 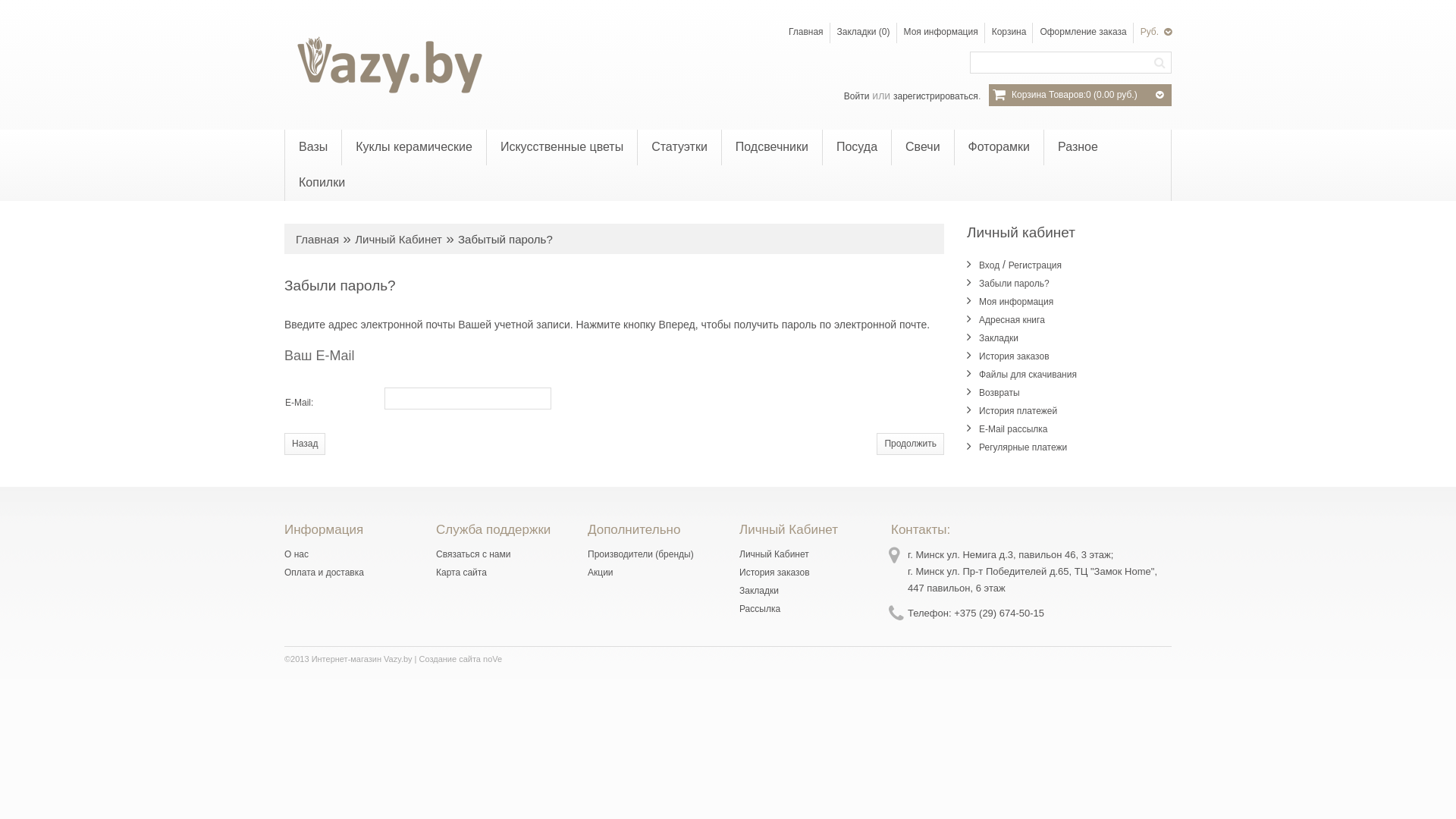 What do you see at coordinates (386, 64) in the screenshot?
I see `'Vazy.by'` at bounding box center [386, 64].